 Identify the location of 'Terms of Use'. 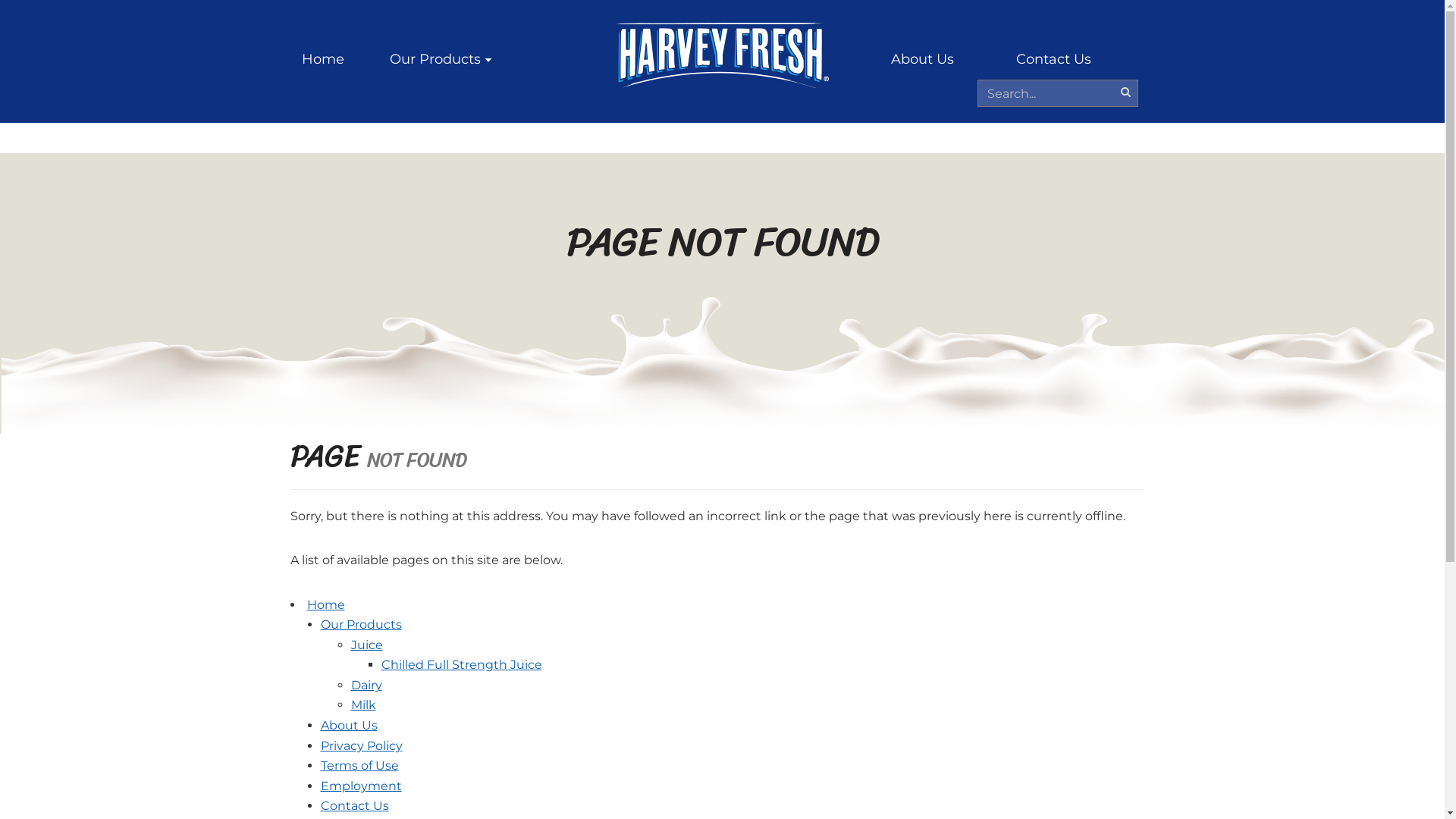
(319, 765).